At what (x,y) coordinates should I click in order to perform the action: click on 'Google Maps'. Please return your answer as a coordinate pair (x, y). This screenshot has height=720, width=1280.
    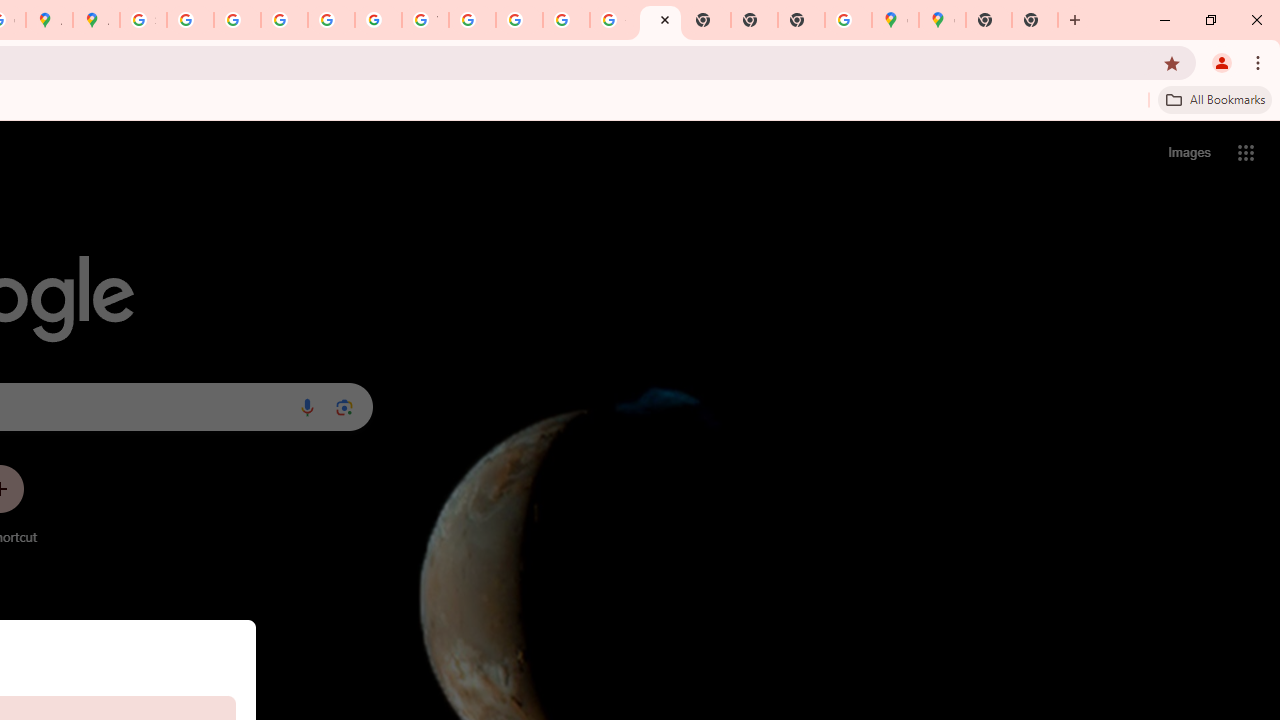
    Looking at the image, I should click on (941, 20).